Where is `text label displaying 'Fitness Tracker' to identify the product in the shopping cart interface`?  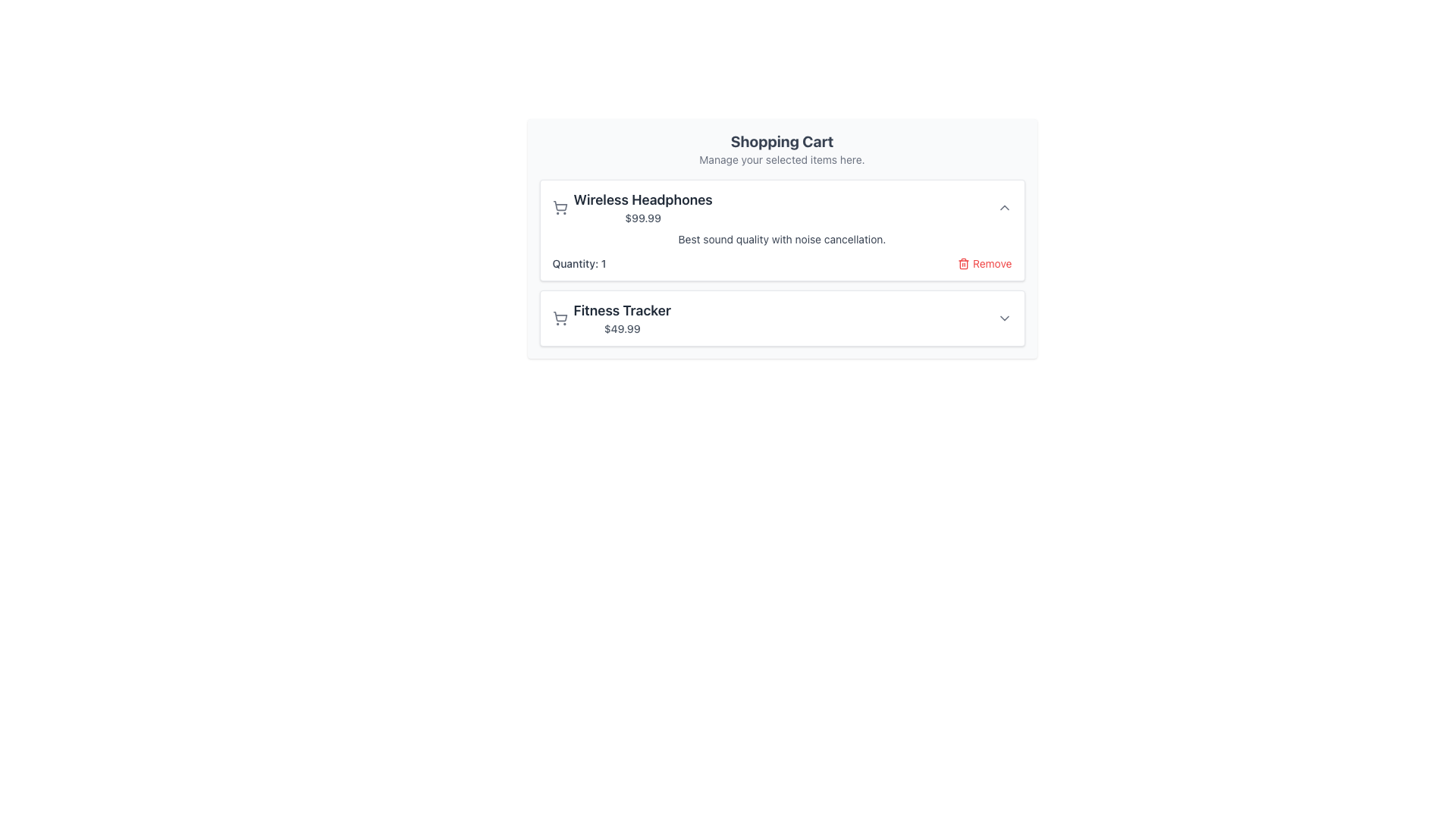
text label displaying 'Fitness Tracker' to identify the product in the shopping cart interface is located at coordinates (622, 309).